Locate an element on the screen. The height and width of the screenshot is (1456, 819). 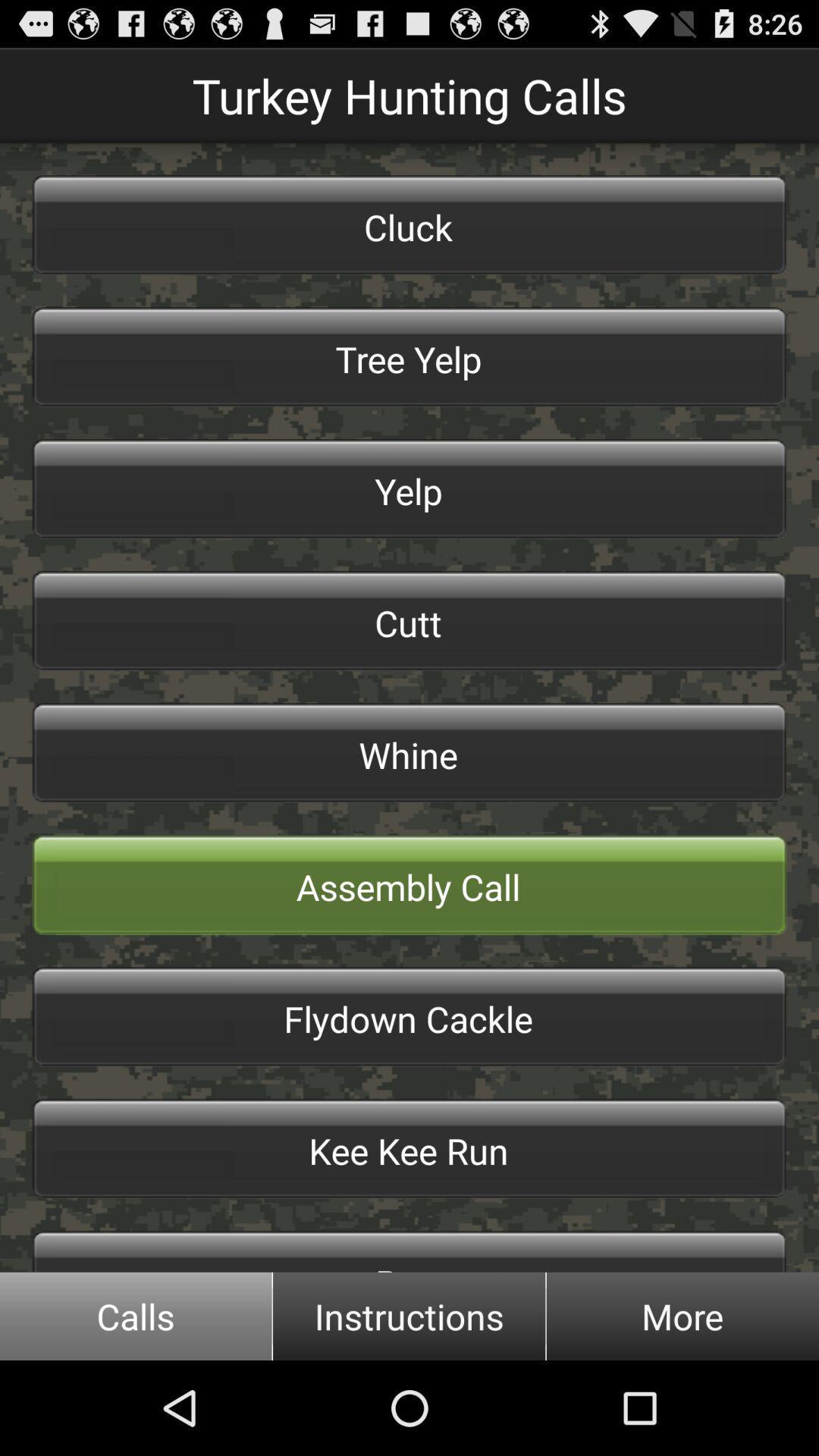
the cutt button is located at coordinates (409, 621).